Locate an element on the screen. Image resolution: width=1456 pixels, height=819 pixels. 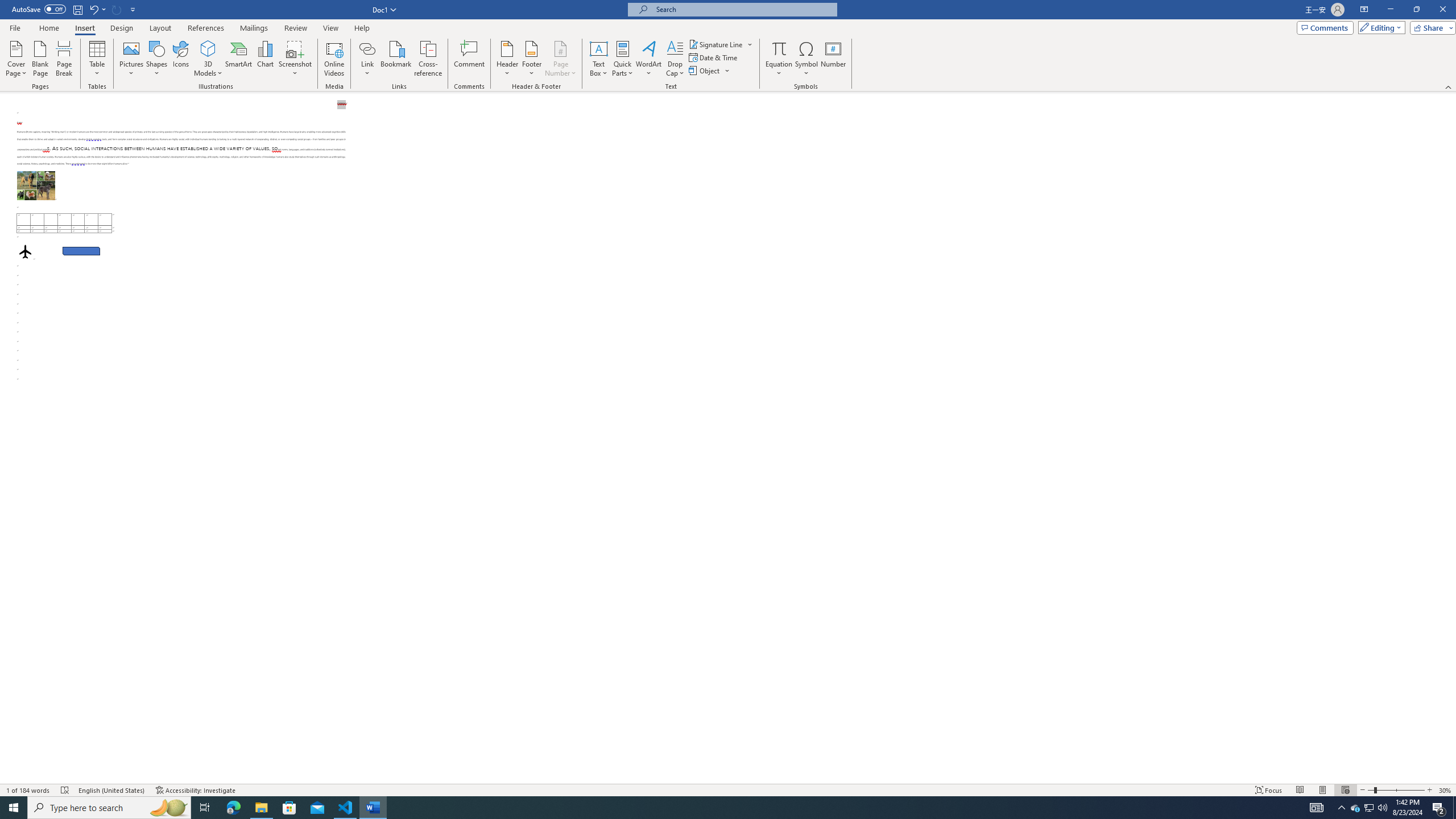
'Signature Line' is located at coordinates (716, 44).